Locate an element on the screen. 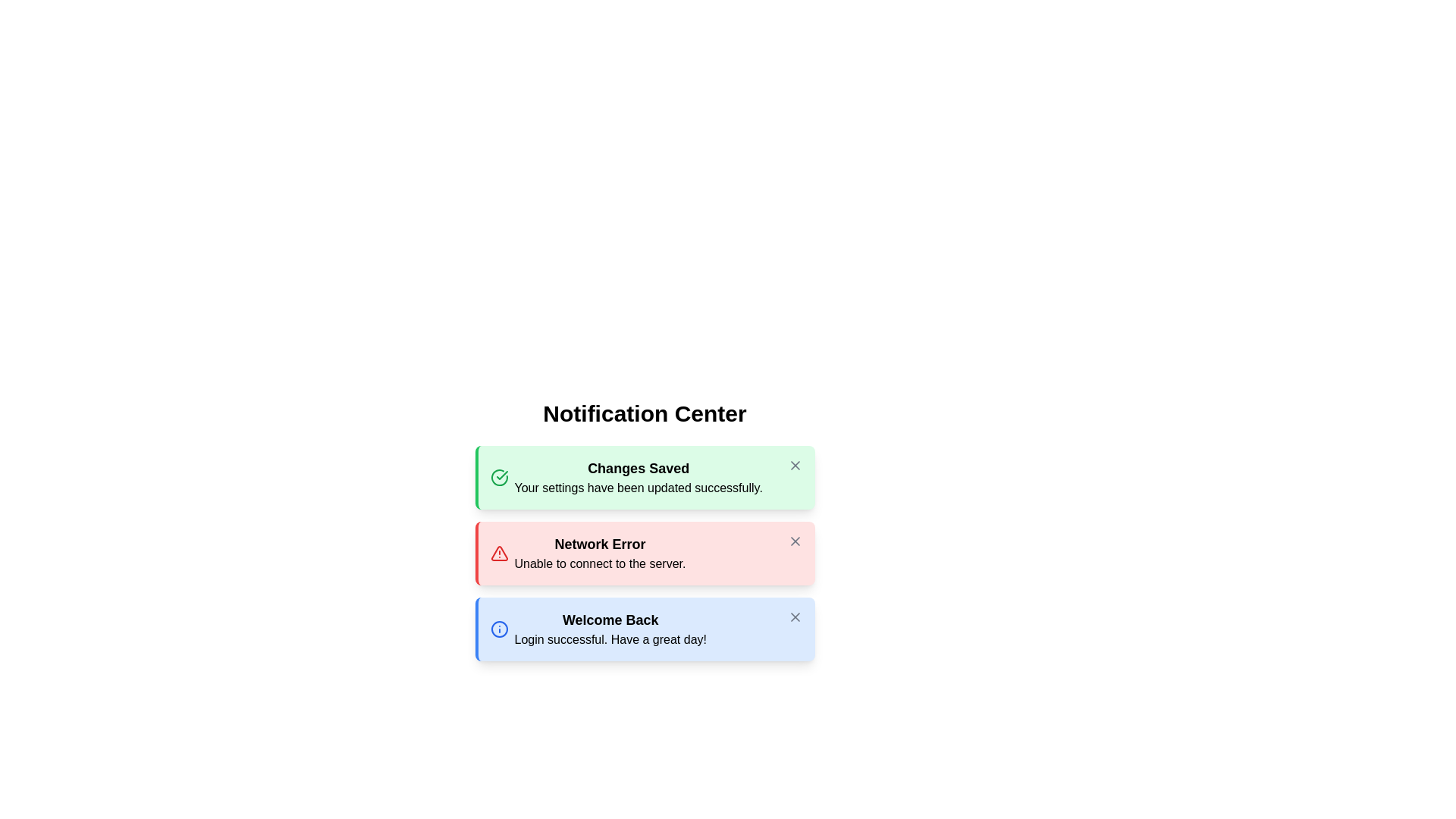  the success notification message indicating that settings have been updated, which is located in the topmost green notification card to the right of the checkmark icon is located at coordinates (626, 476).